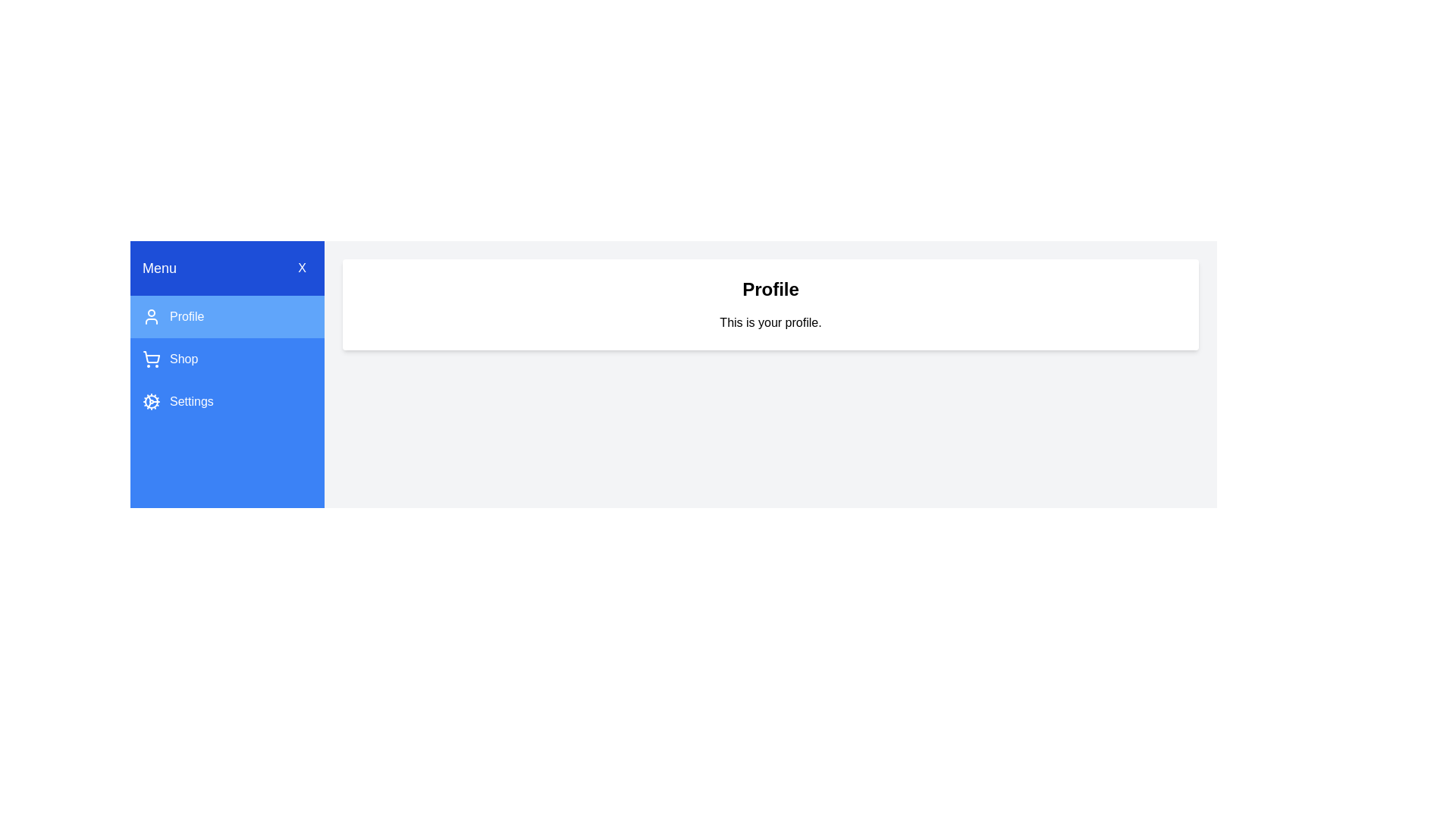 Image resolution: width=1456 pixels, height=819 pixels. Describe the element at coordinates (226, 359) in the screenshot. I see `the tab labeled Shop to view its content` at that location.